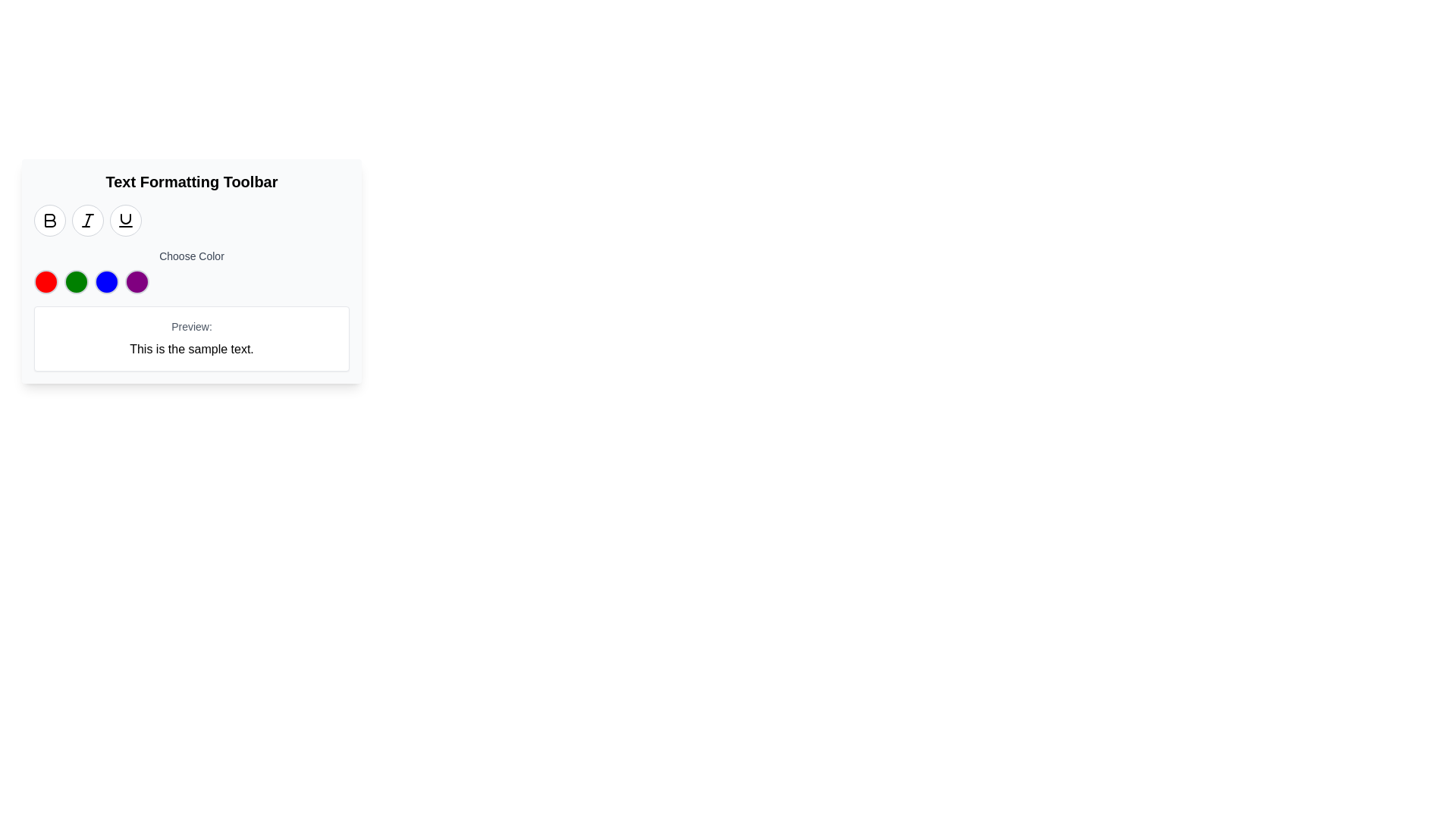 Image resolution: width=1456 pixels, height=819 pixels. What do you see at coordinates (126, 220) in the screenshot?
I see `the underline formatting button, which is the third button in the Text Formatting Toolbar, represented by an underlined 'U' symbol within a circular design` at bounding box center [126, 220].